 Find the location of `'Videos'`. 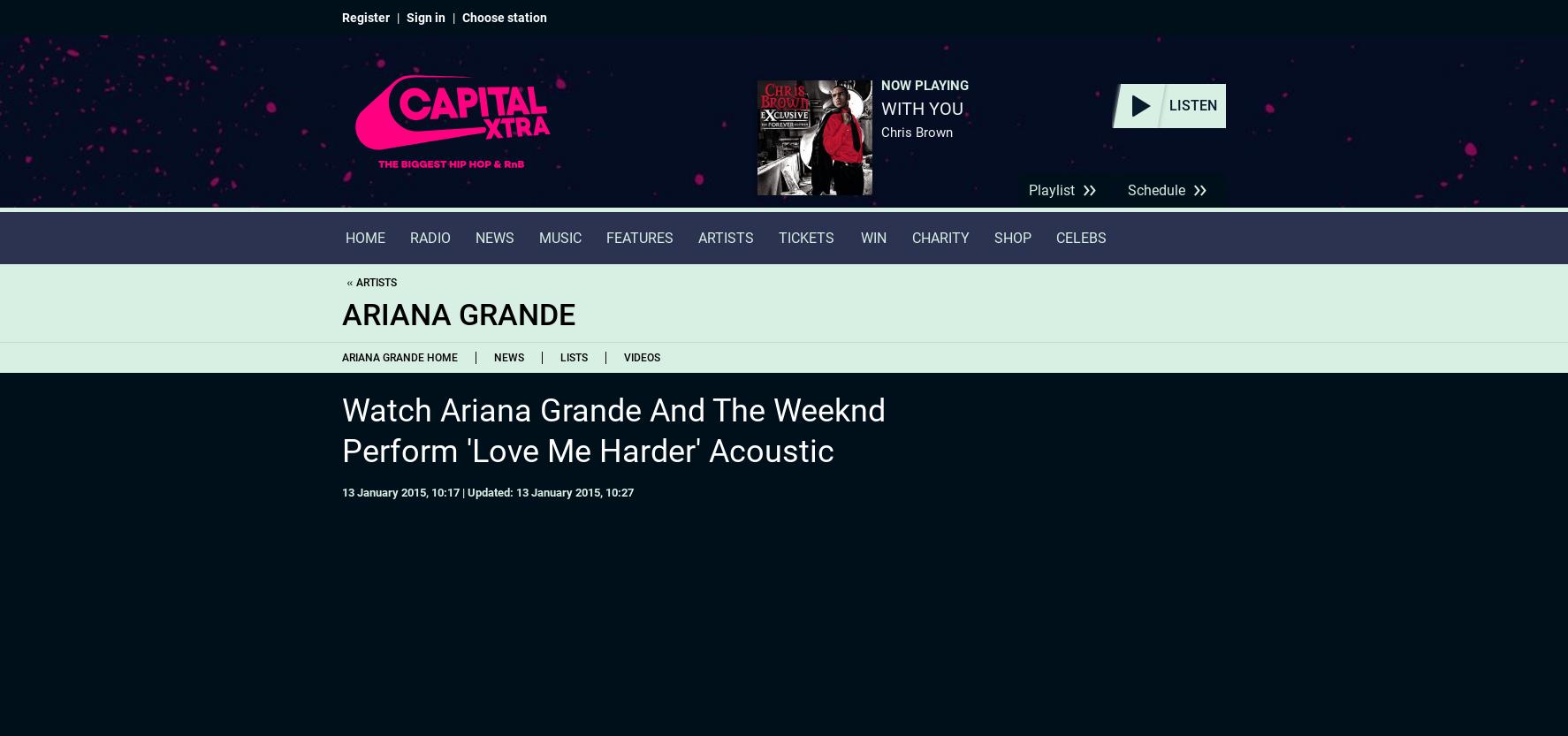

'Videos' is located at coordinates (624, 357).